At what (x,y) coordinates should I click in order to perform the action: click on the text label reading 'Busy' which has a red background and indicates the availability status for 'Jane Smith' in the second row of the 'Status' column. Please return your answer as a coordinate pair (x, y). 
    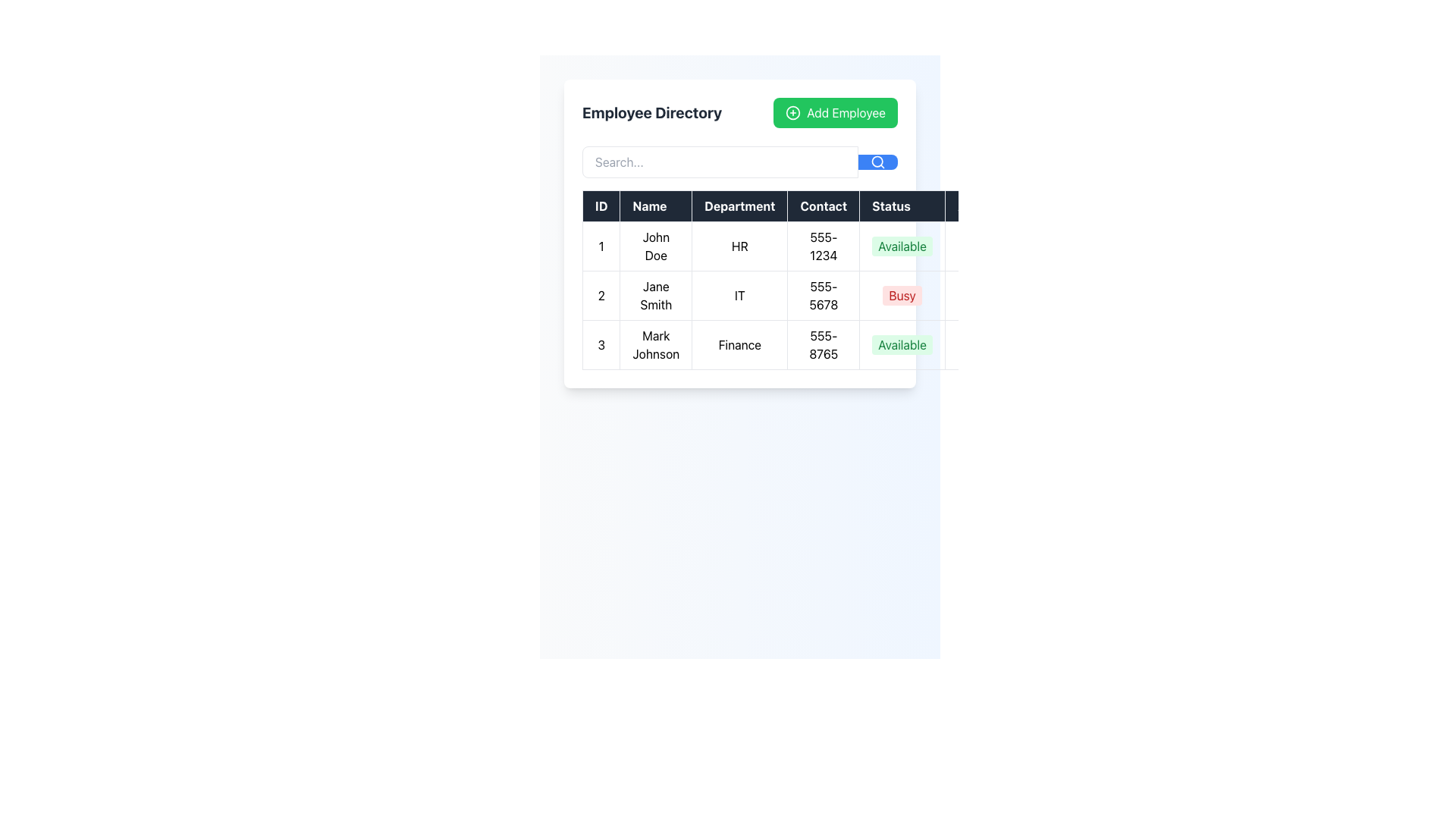
    Looking at the image, I should click on (902, 295).